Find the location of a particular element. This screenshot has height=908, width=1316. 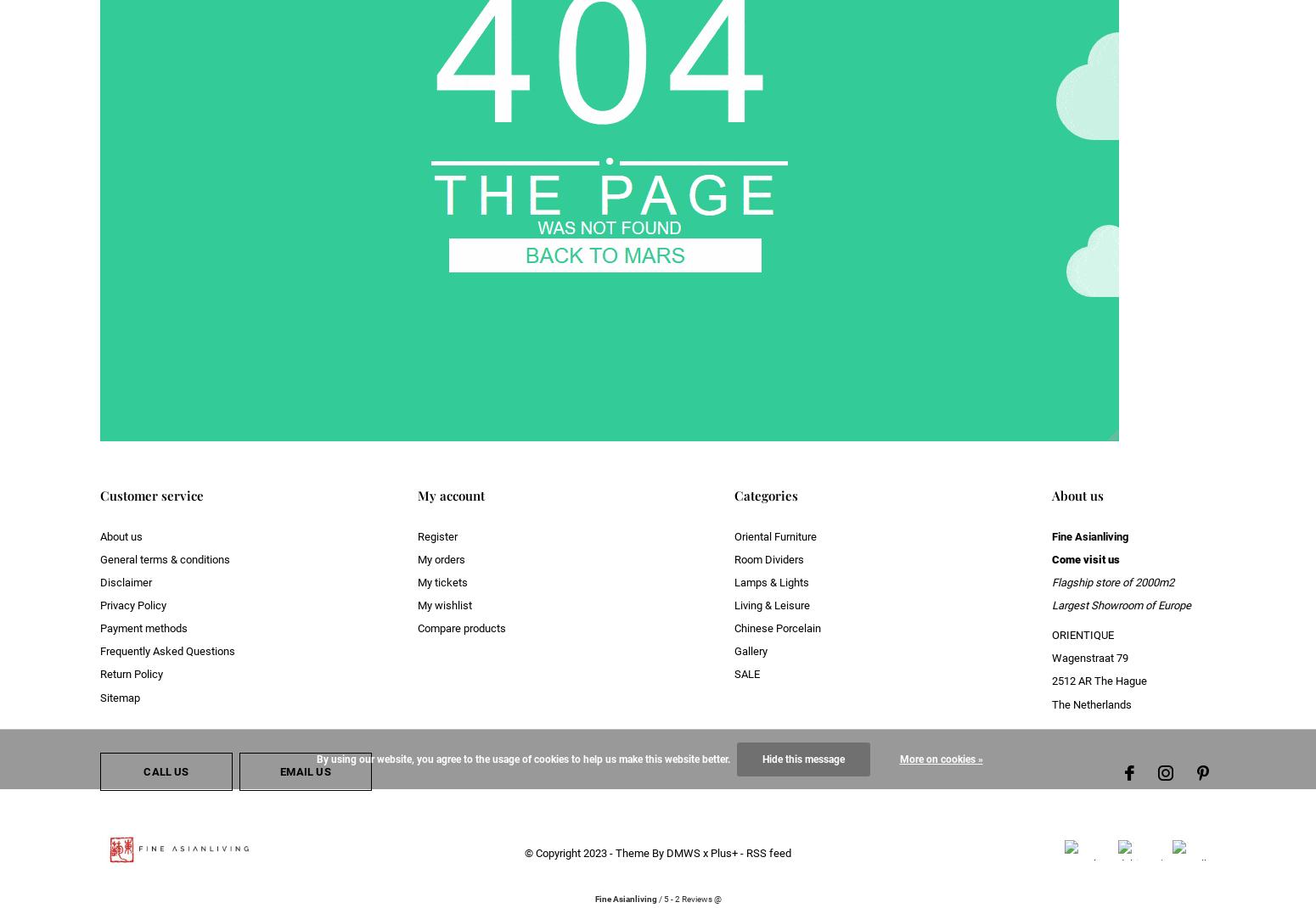

'Come visit us' is located at coordinates (1083, 558).